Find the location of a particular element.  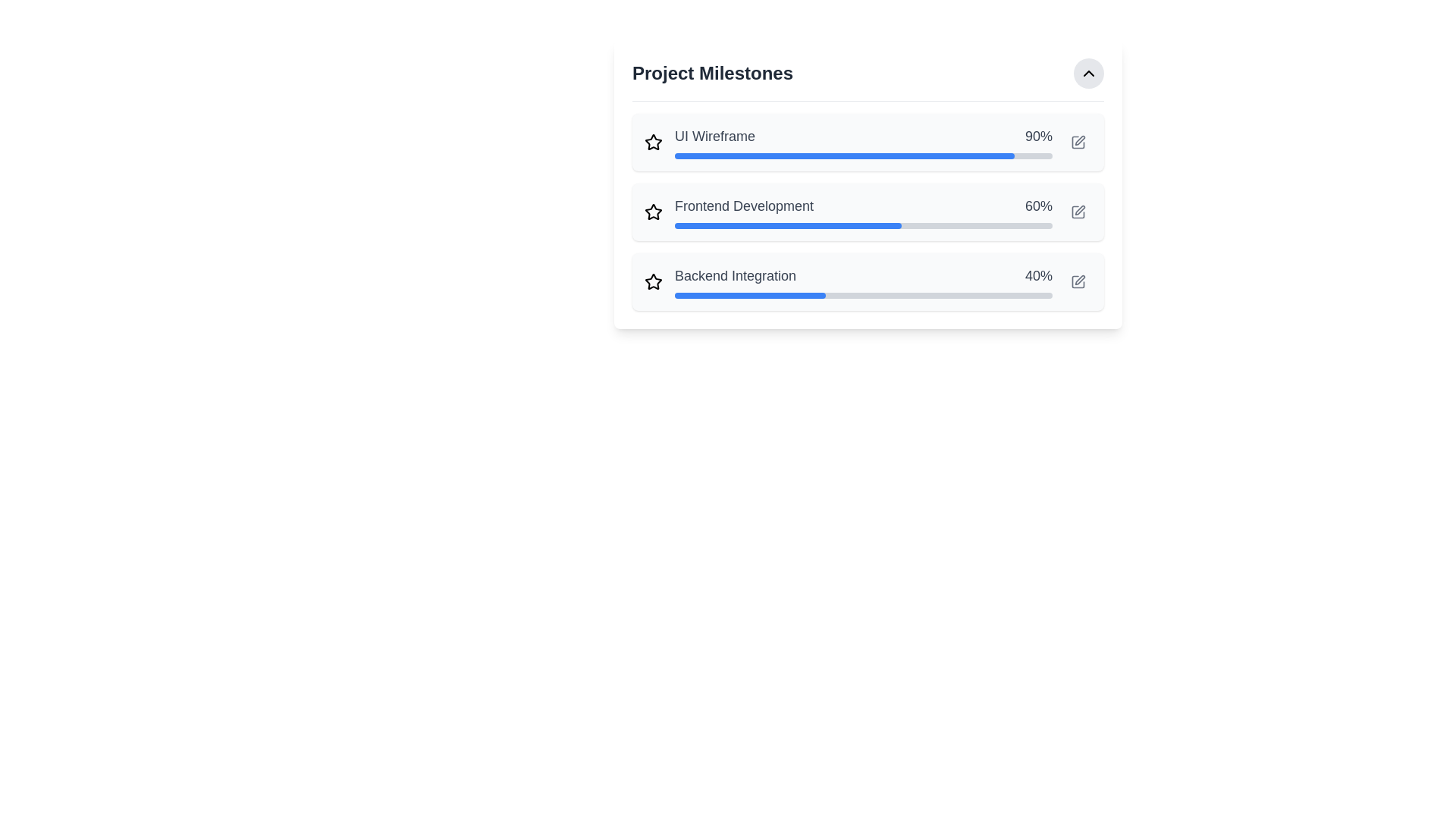

the static text label that serves as a heading for a progress bar, positioned at the top-left part of its row is located at coordinates (714, 136).